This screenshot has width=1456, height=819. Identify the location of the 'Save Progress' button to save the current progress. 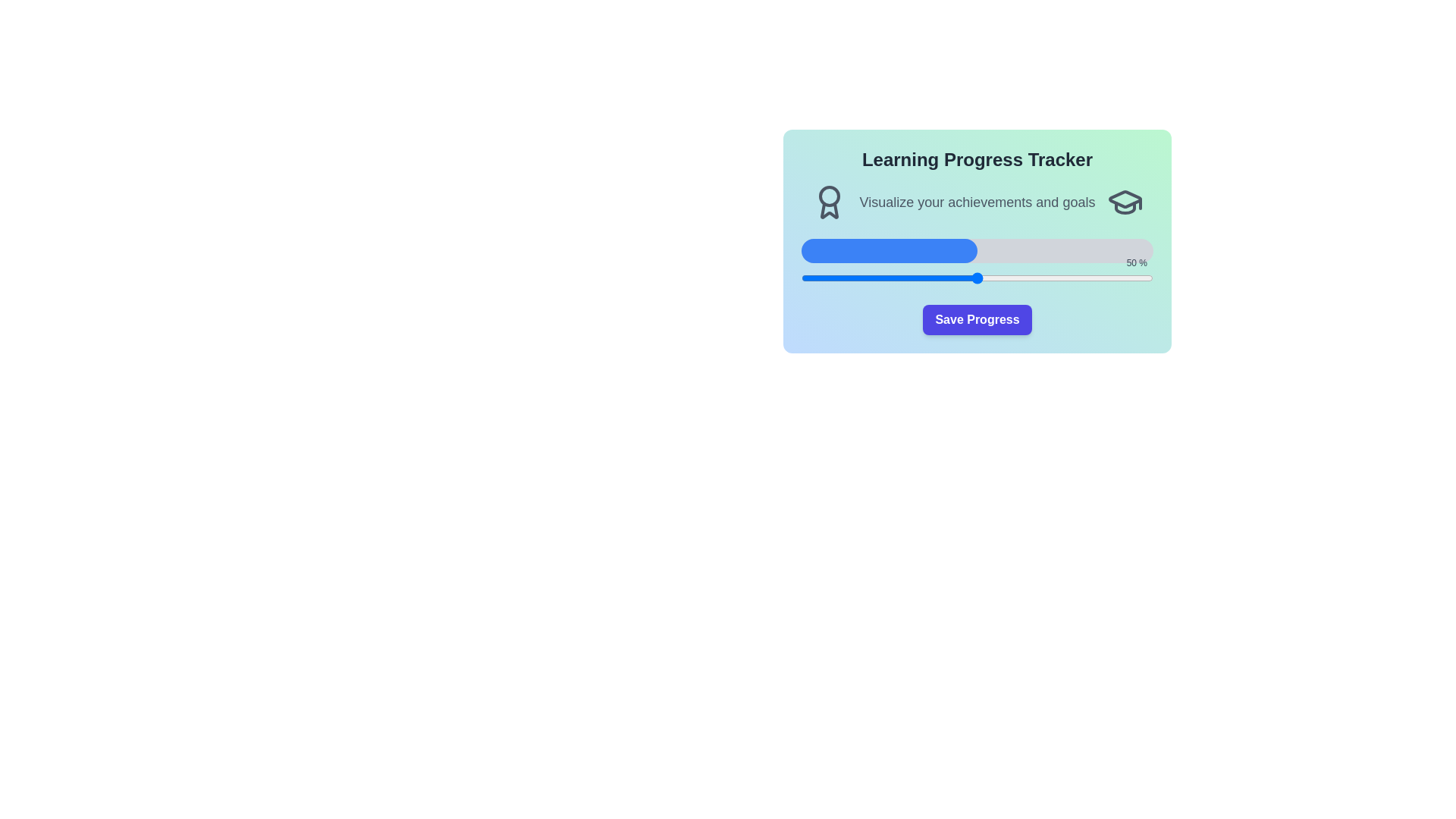
(977, 318).